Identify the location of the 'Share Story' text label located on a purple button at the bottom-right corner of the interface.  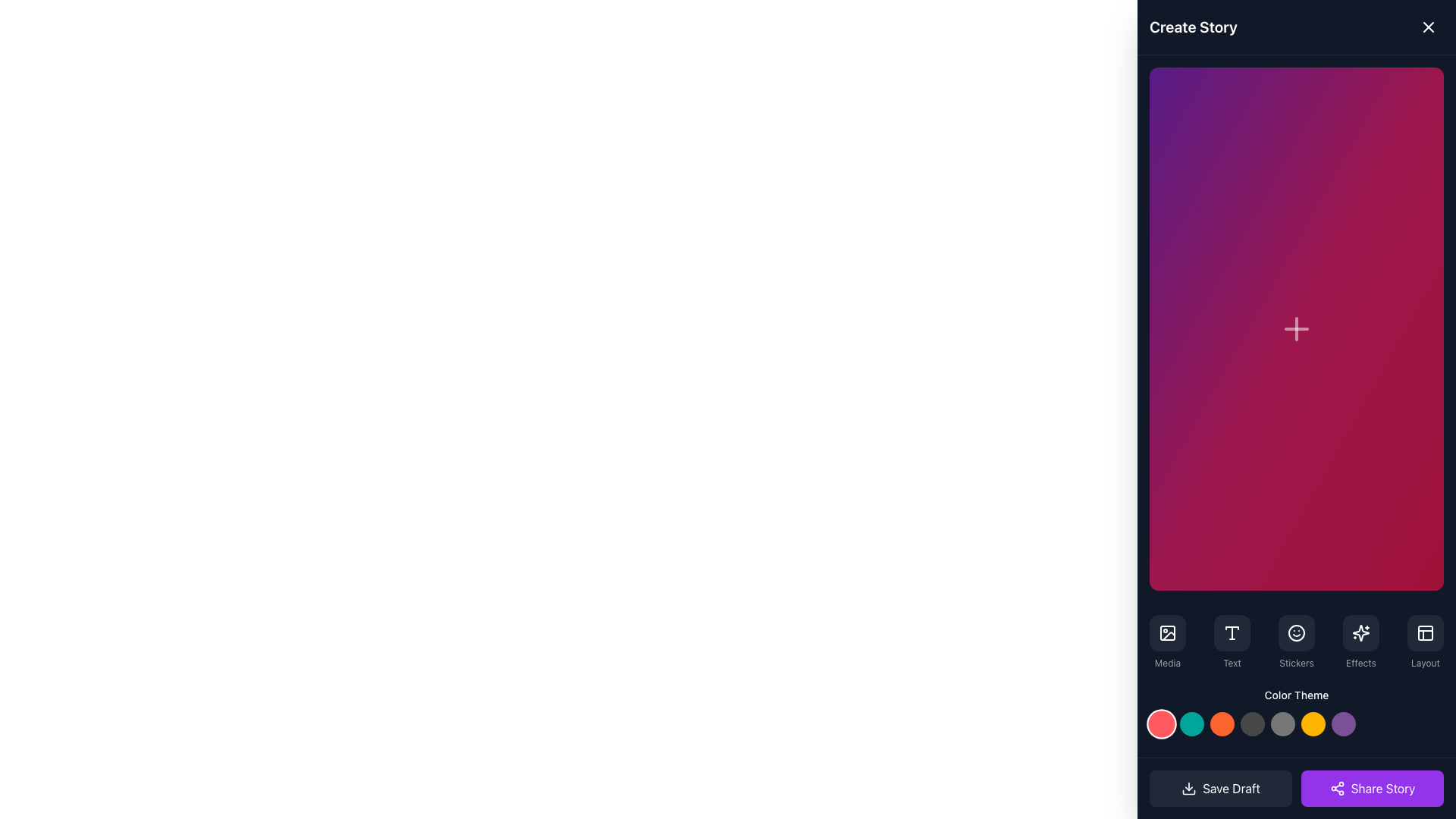
(1383, 788).